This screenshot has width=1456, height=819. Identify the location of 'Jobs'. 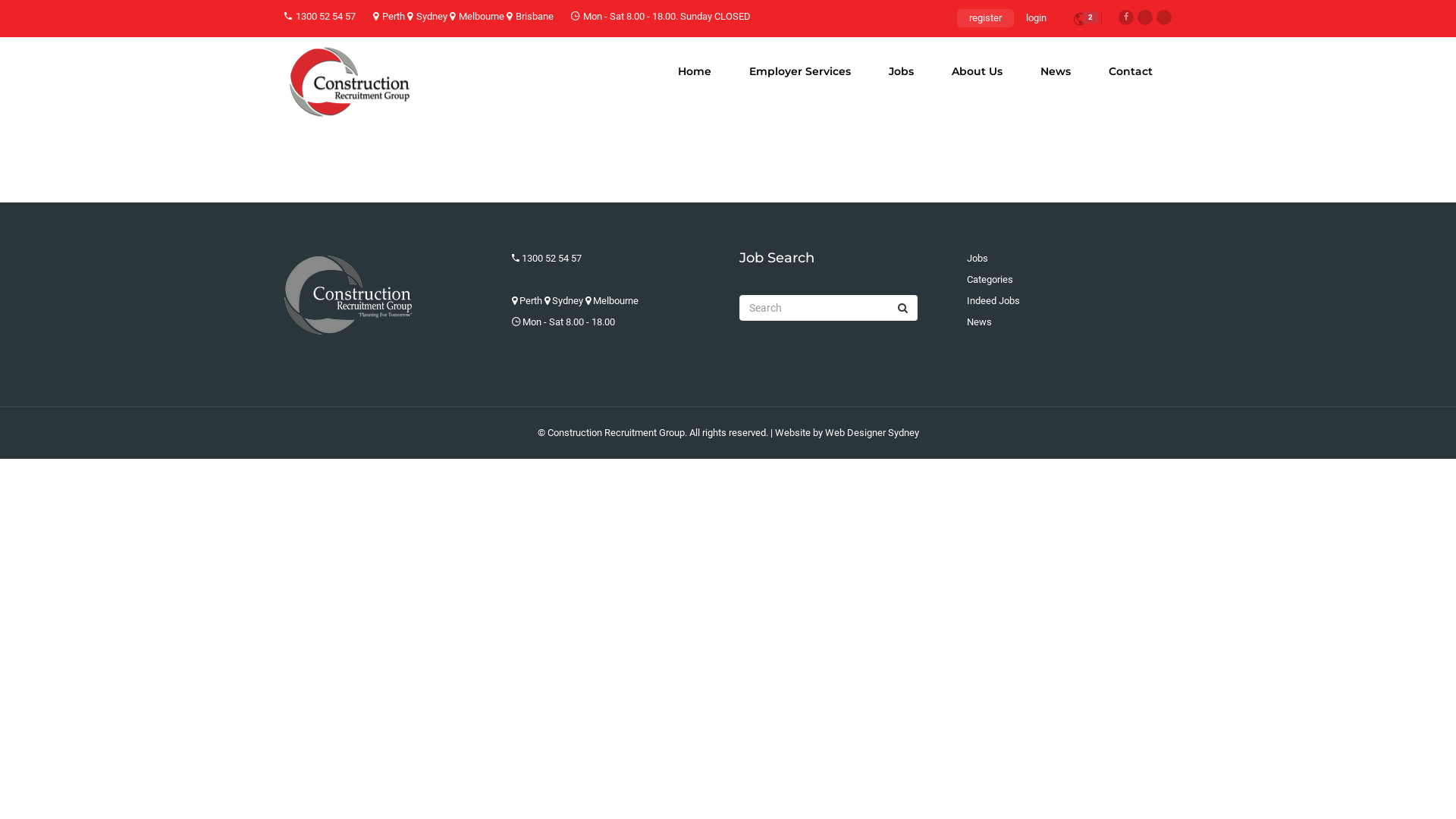
(870, 71).